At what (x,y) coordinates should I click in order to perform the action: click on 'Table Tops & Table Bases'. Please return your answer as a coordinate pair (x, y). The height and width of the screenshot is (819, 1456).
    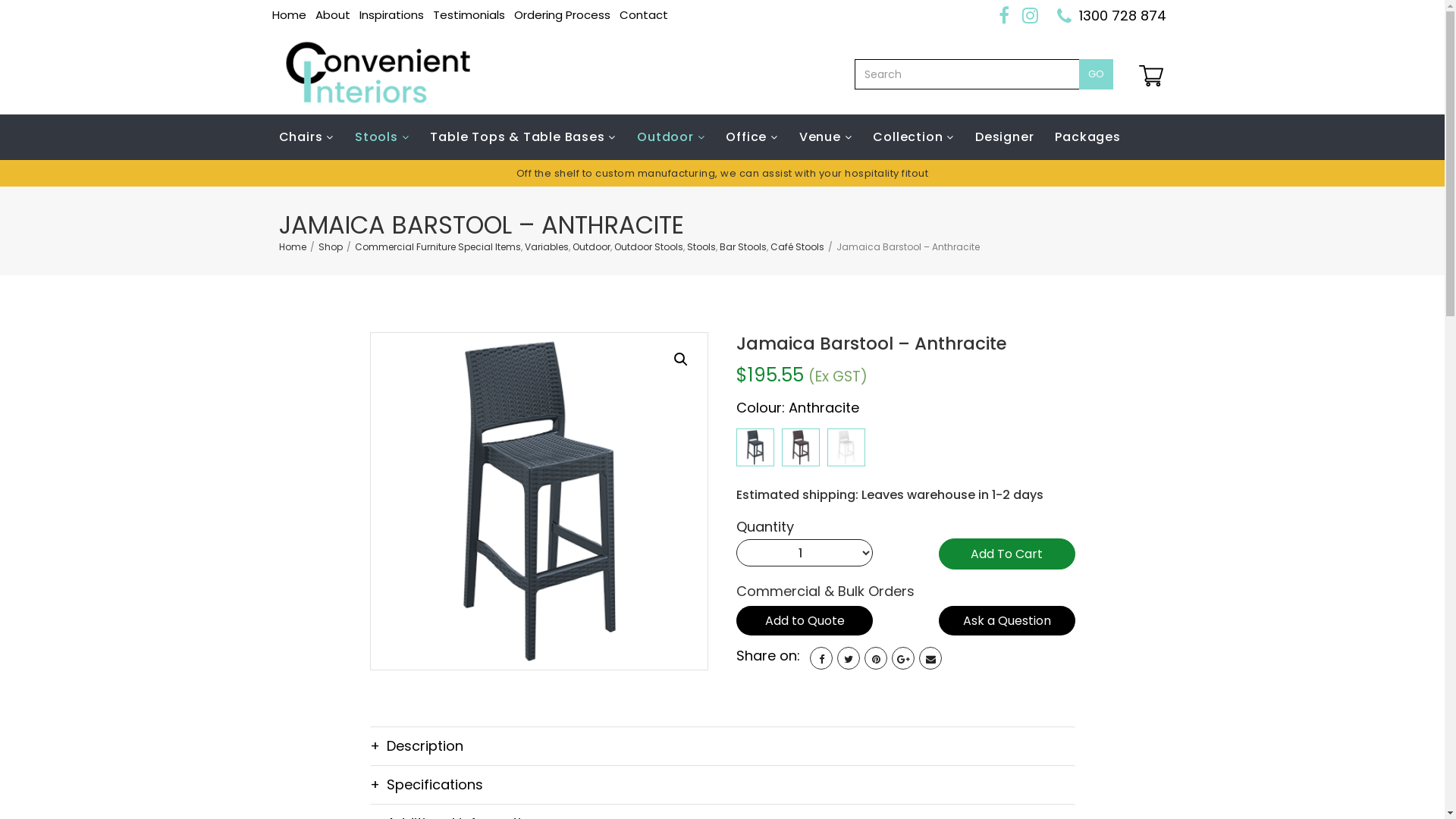
    Looking at the image, I should click on (522, 137).